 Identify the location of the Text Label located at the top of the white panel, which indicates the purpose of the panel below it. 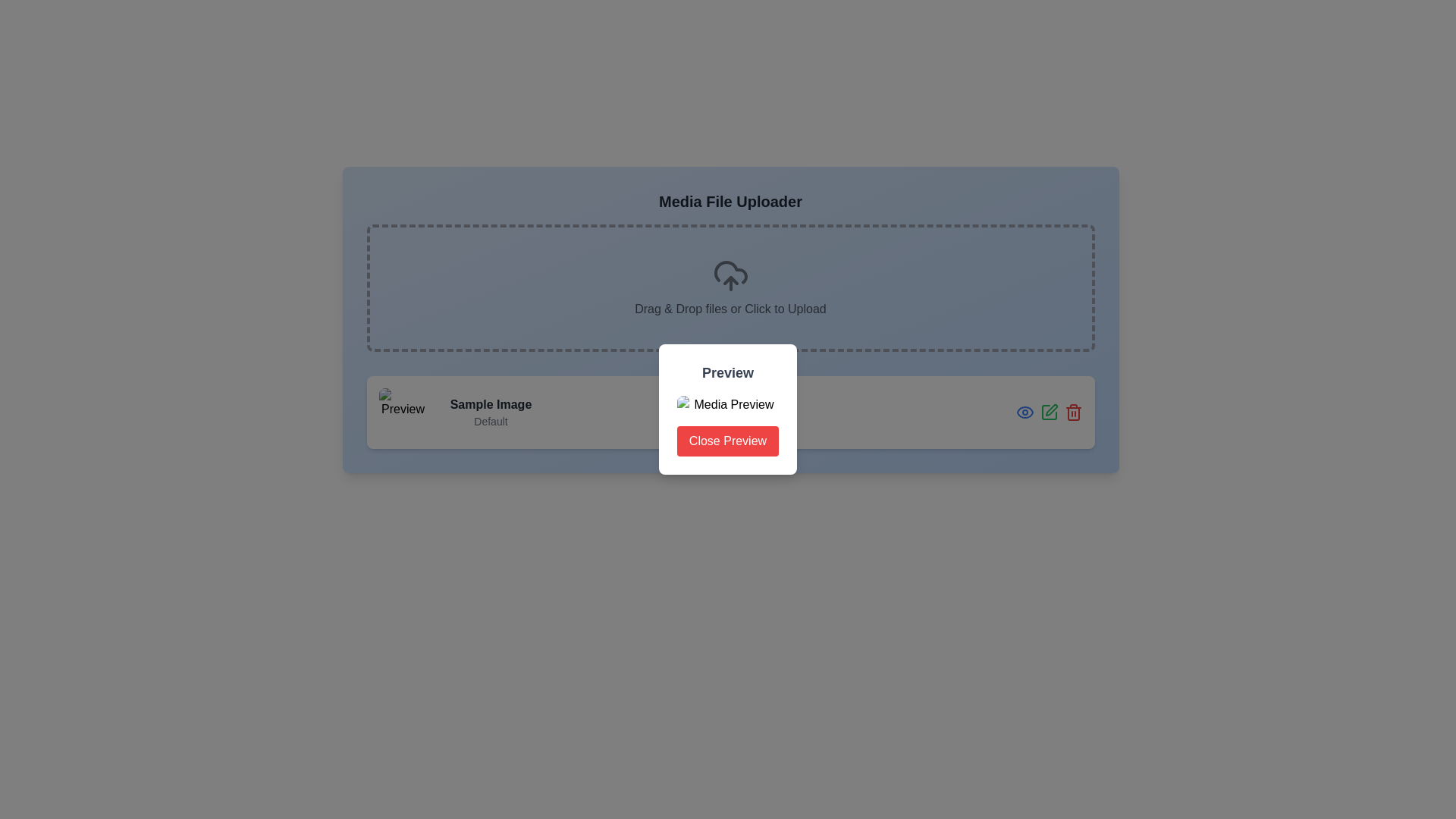
(728, 373).